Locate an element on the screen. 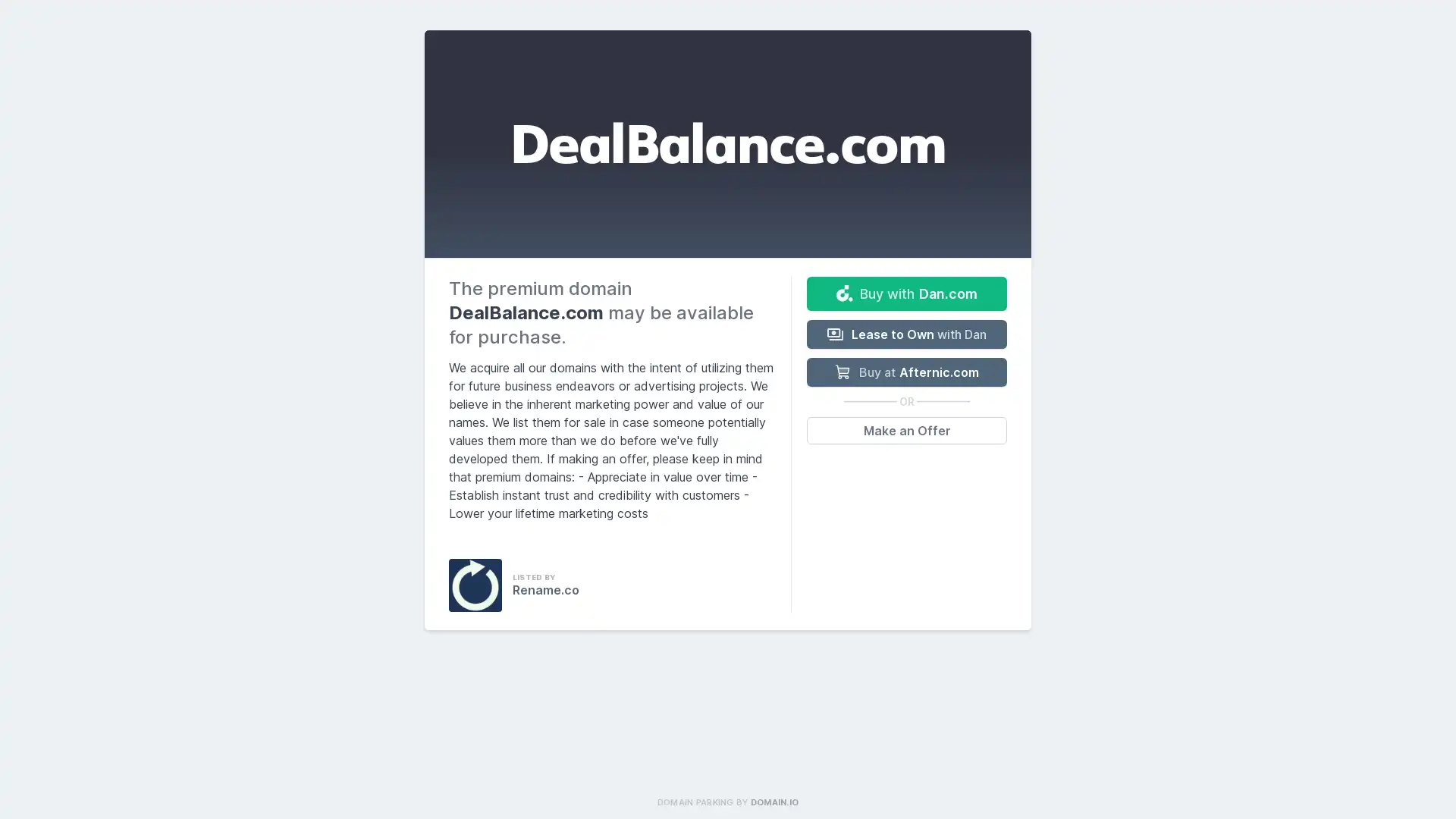 This screenshot has height=819, width=1456. Make an Offer is located at coordinates (906, 430).